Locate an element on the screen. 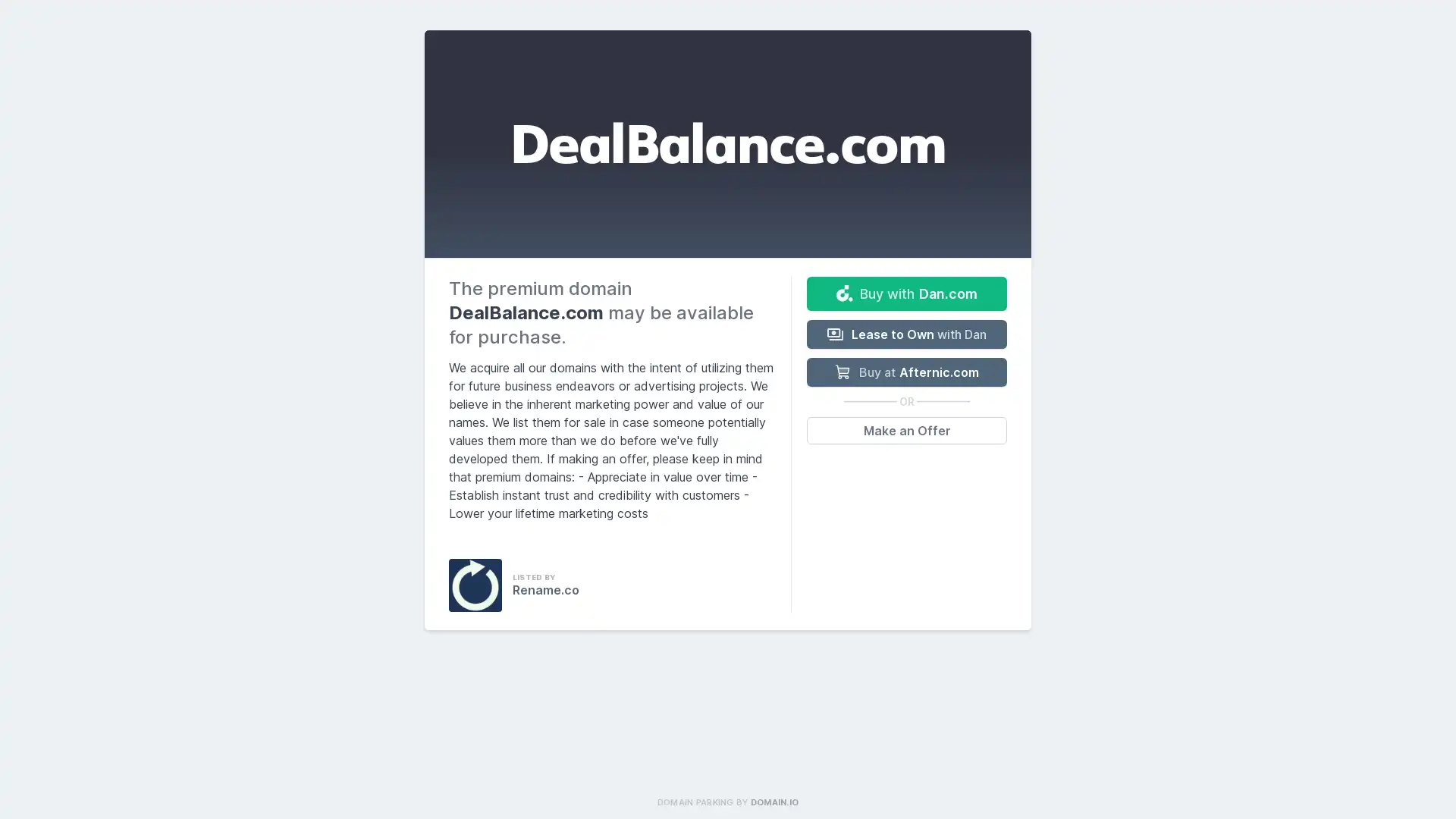 This screenshot has height=819, width=1456. Make an Offer is located at coordinates (906, 430).